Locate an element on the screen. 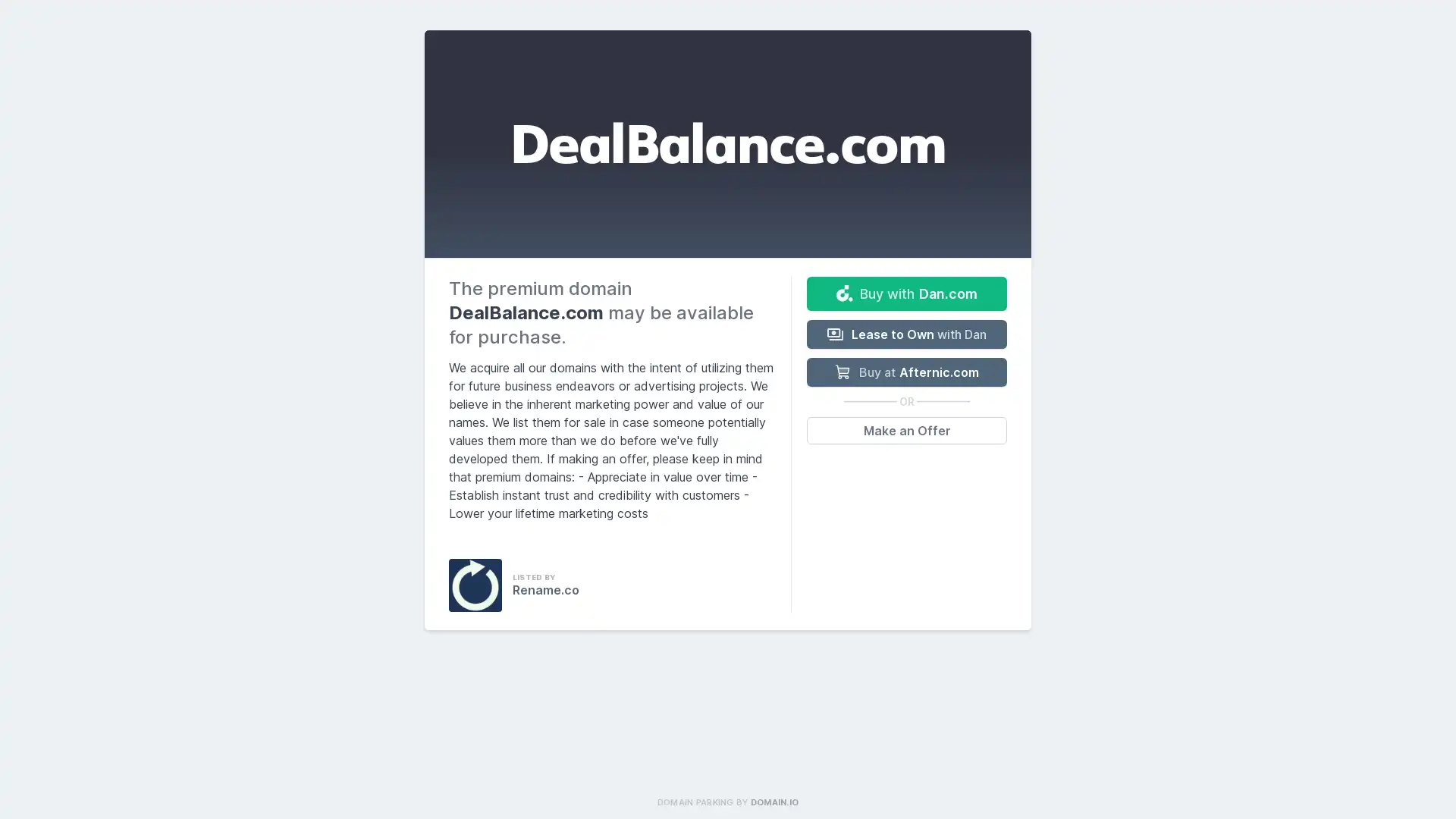 This screenshot has height=819, width=1456. Make an Offer is located at coordinates (906, 430).